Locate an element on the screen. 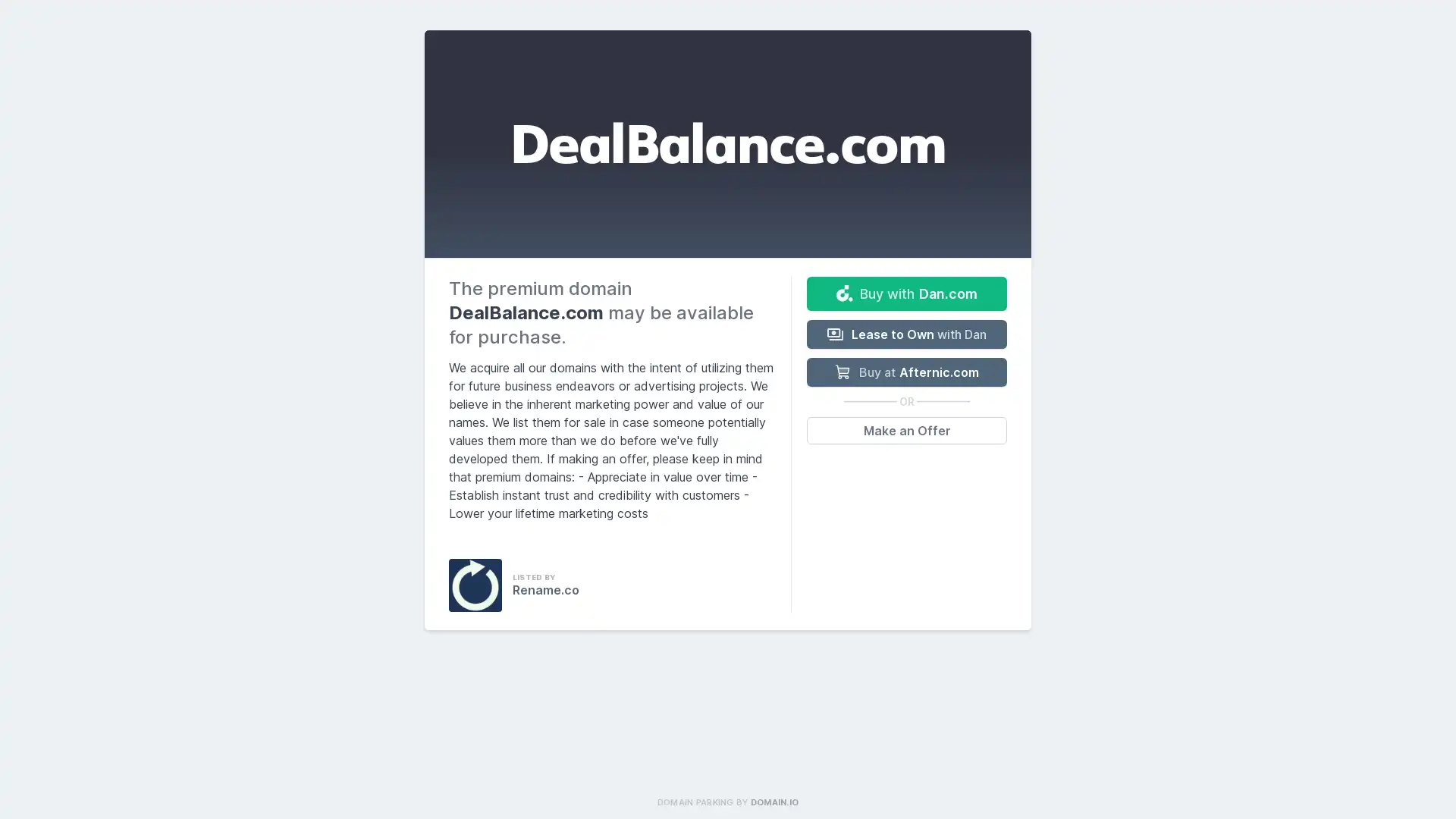 This screenshot has height=819, width=1456. Make an Offer is located at coordinates (906, 430).